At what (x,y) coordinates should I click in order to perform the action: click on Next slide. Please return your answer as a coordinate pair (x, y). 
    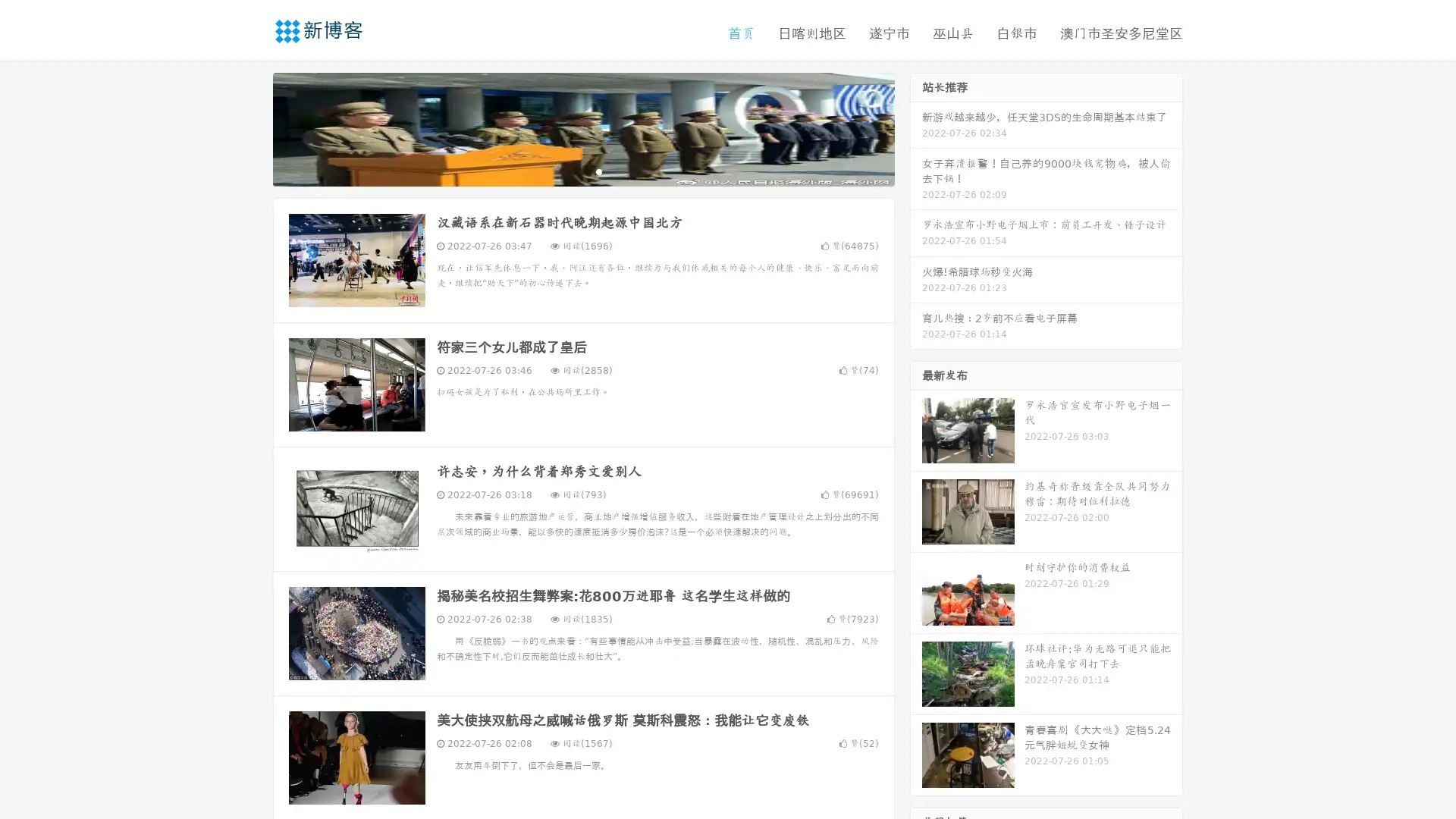
    Looking at the image, I should click on (916, 127).